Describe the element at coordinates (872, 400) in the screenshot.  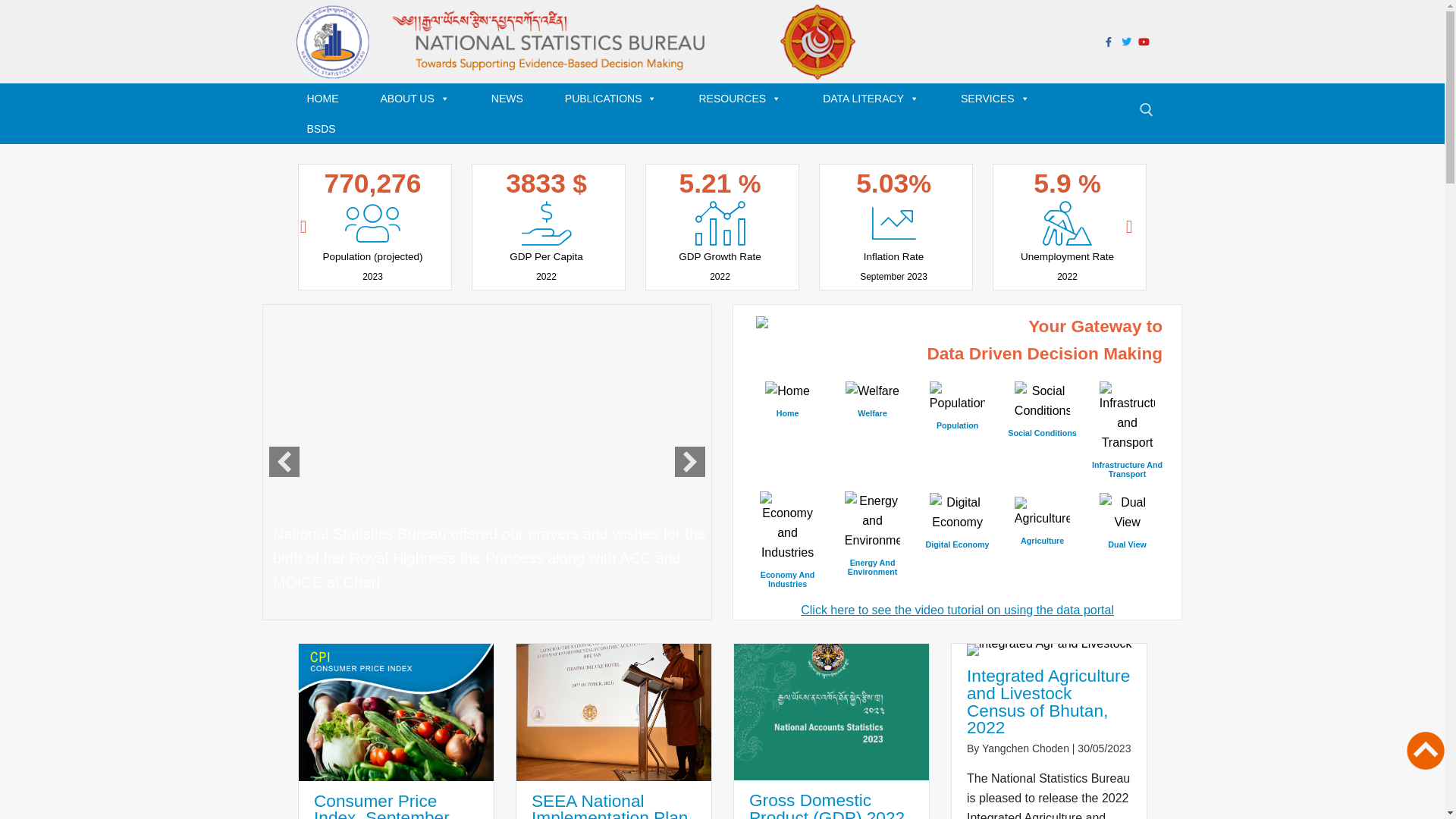
I see `'Welfare'` at that location.